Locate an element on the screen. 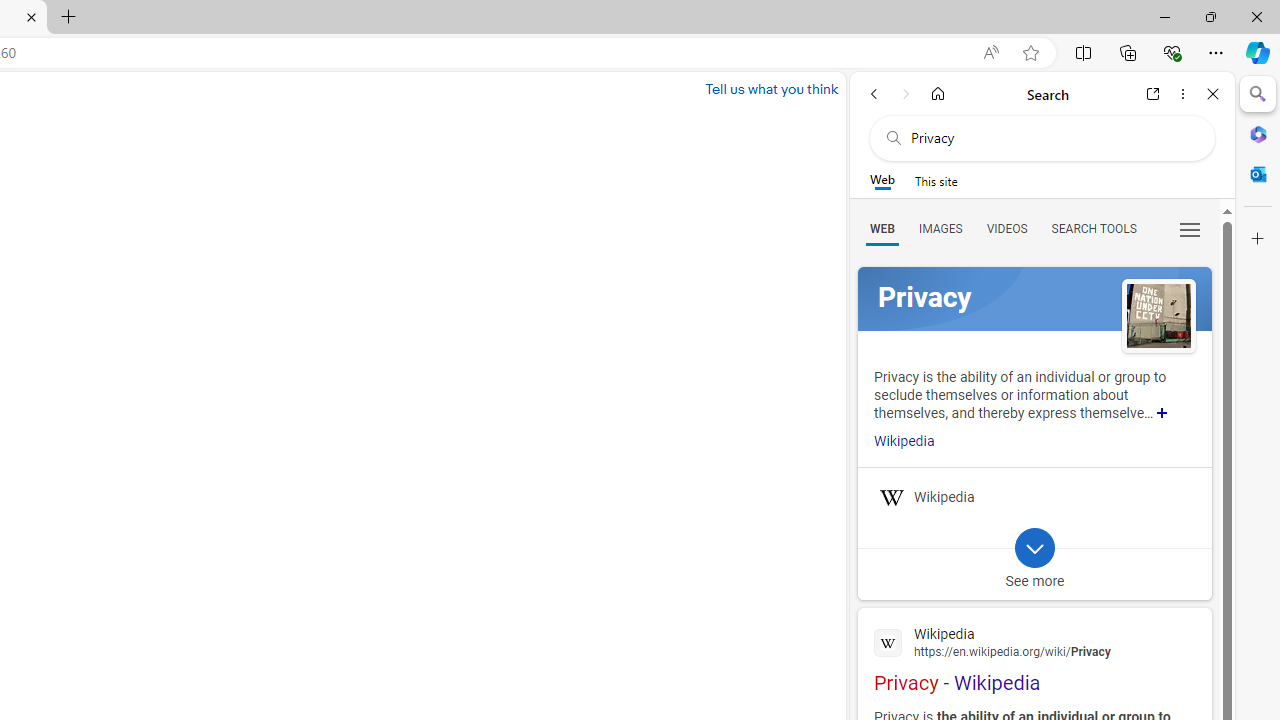 The image size is (1280, 720). 'Search the web' is located at coordinates (1051, 137).